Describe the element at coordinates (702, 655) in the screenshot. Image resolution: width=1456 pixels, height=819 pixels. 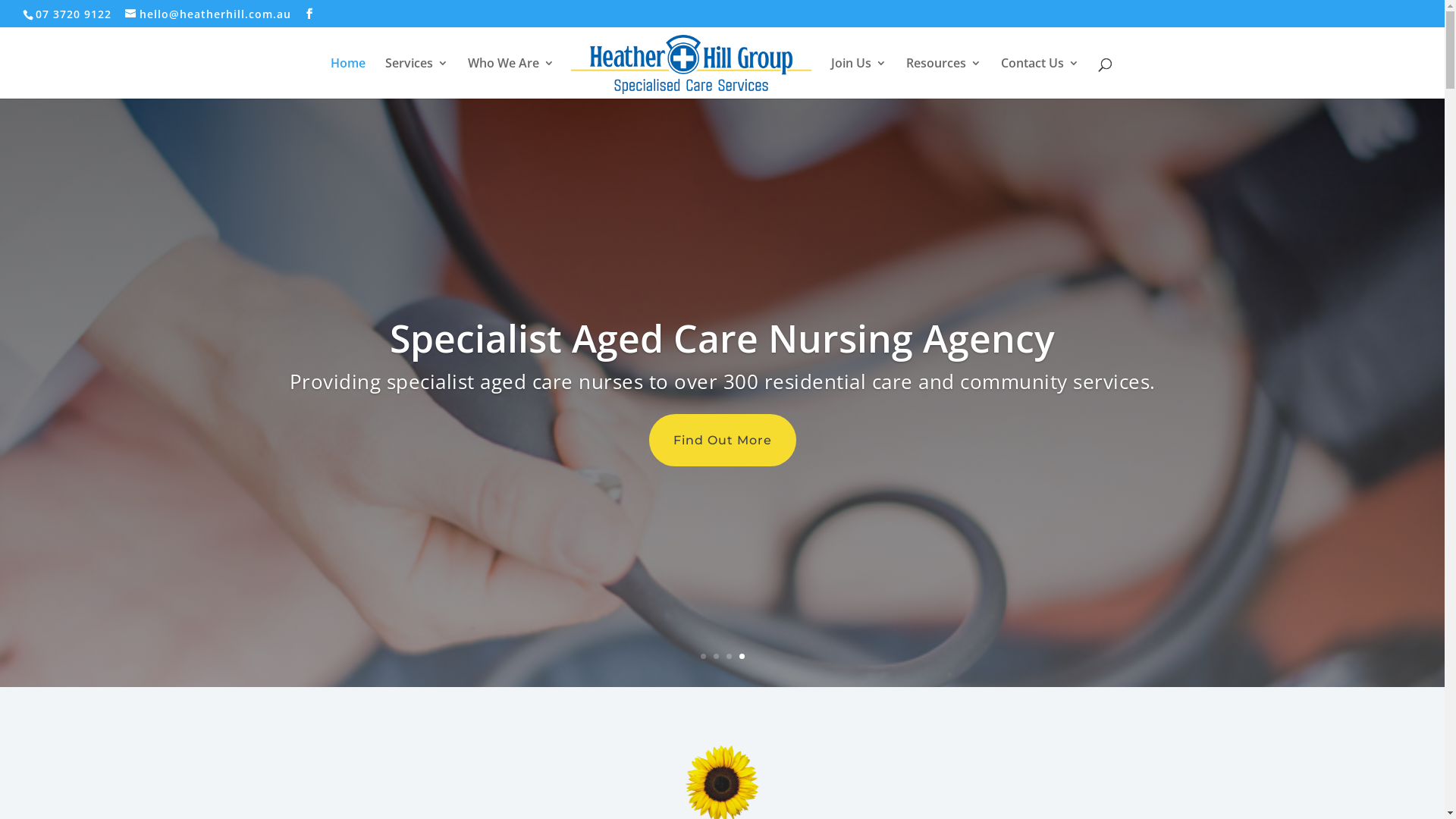
I see `'1'` at that location.